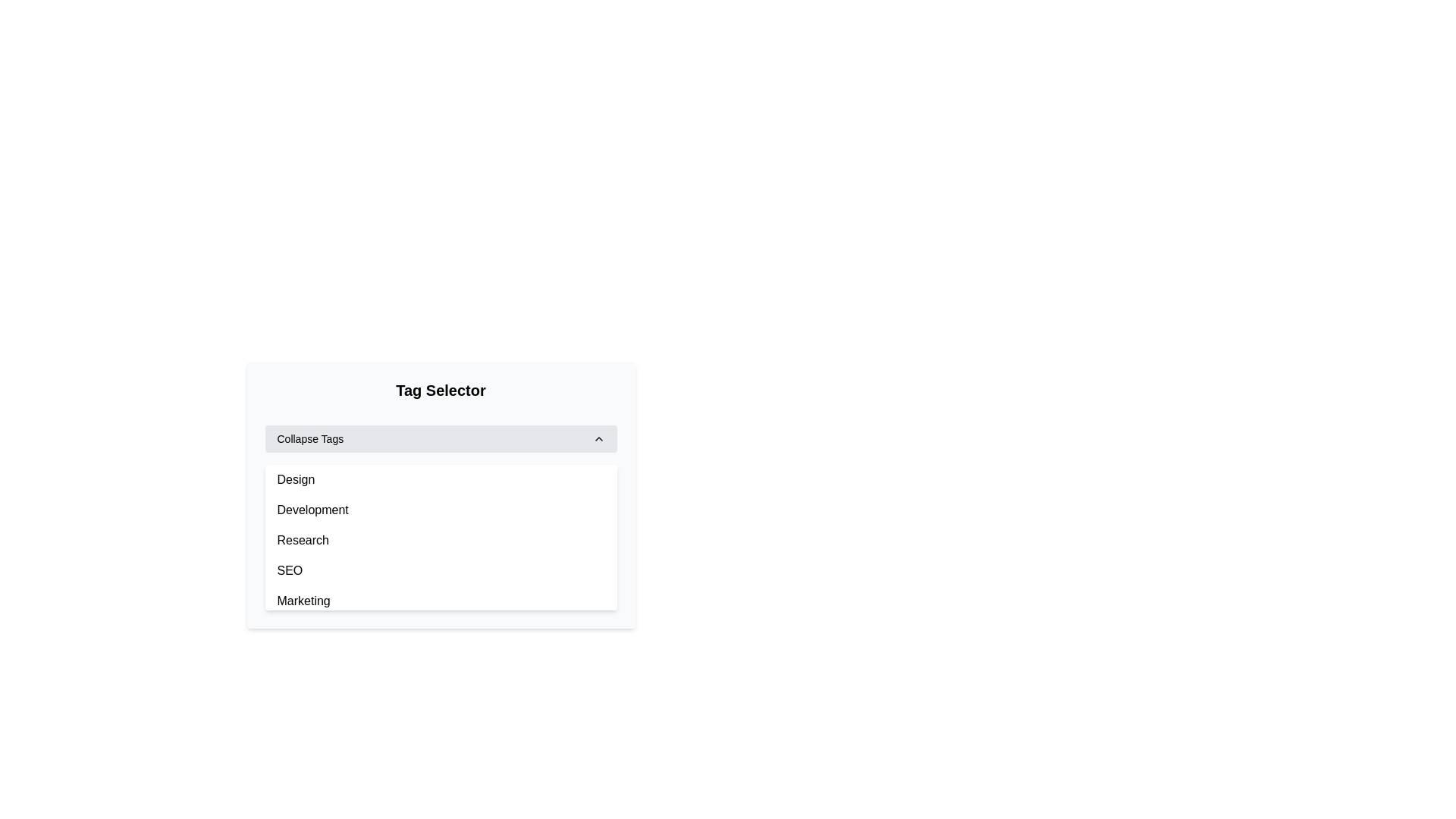  I want to click on the fourth selectable item in the dropdown menu labeled 'Tag Selector', so click(290, 570).